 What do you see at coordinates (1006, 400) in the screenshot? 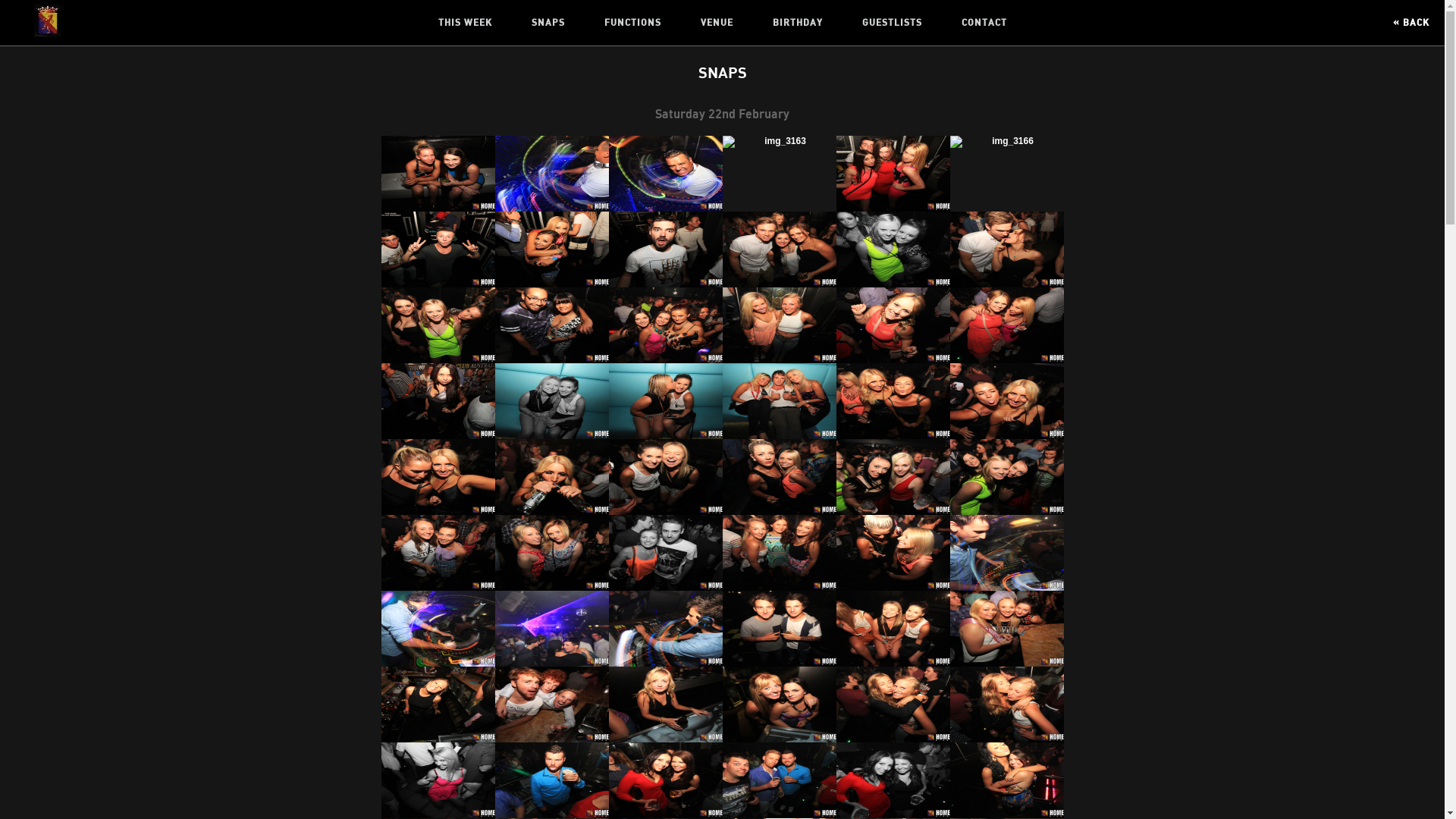
I see `' '` at bounding box center [1006, 400].